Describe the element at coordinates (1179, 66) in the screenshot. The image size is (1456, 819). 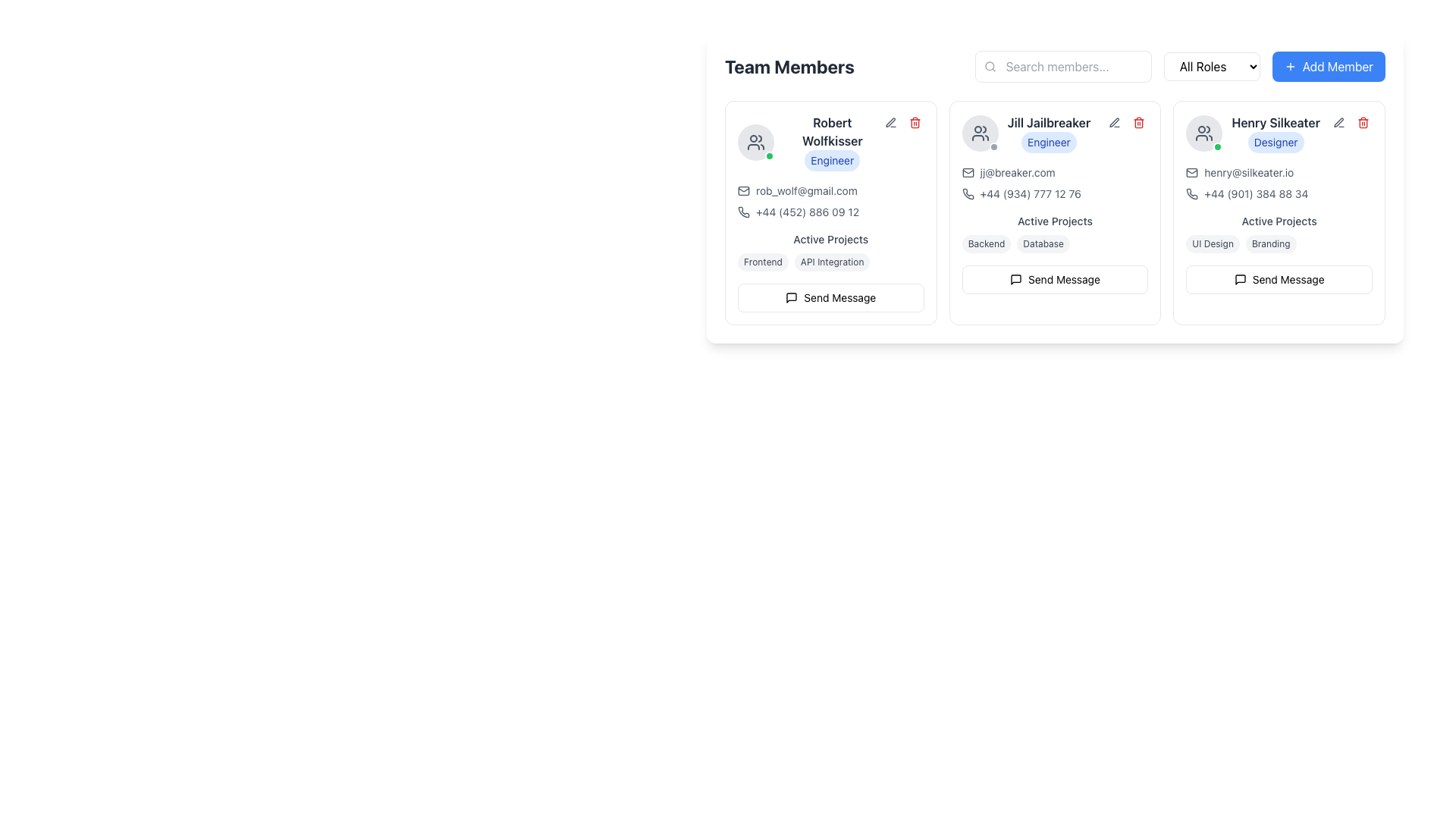
I see `the dropdown menu used for filtering or categorizing team members, located to the right of the 'Search members...' input box` at that location.